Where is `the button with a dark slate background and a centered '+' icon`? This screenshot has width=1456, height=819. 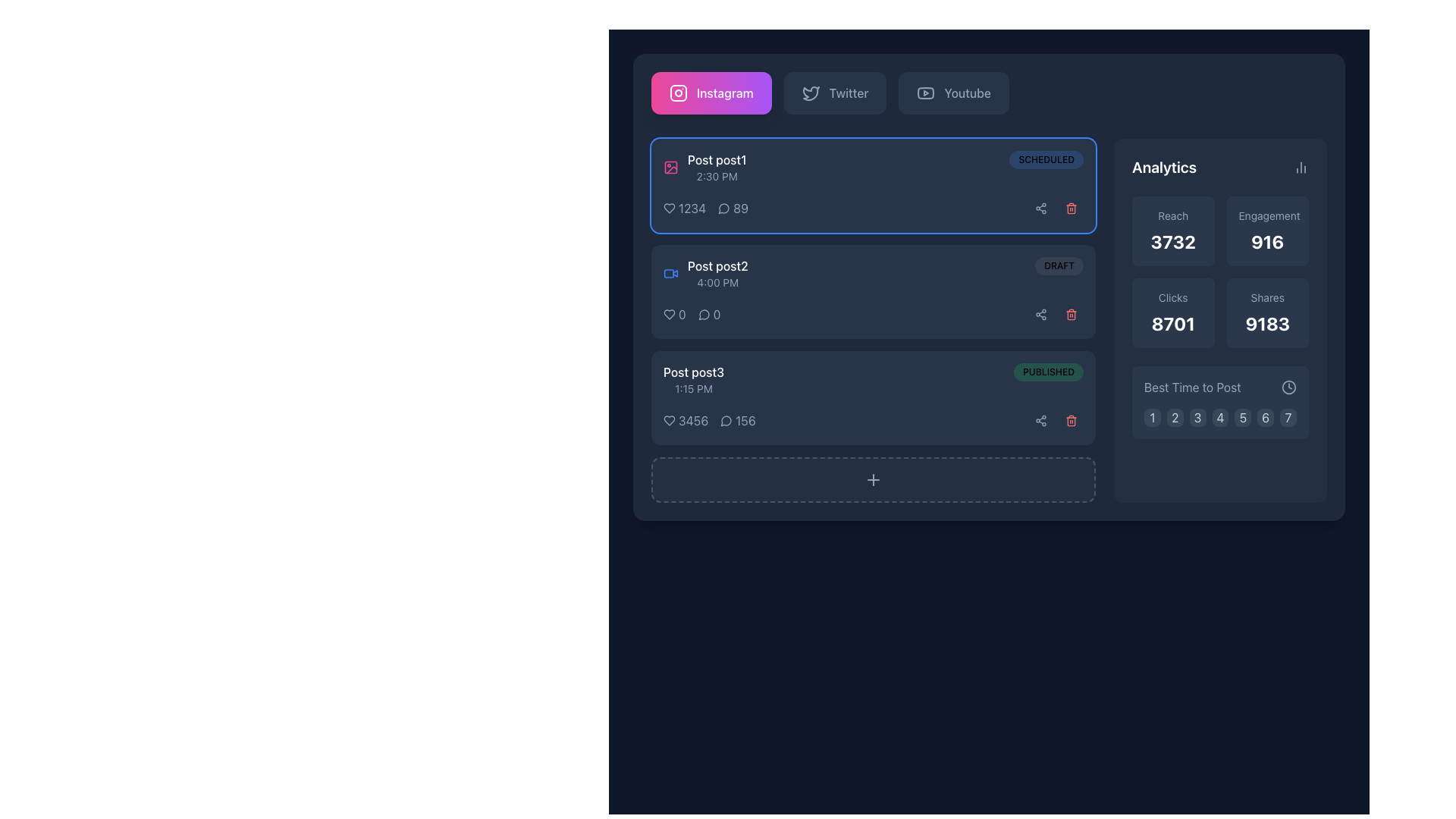 the button with a dark slate background and a centered '+' icon is located at coordinates (874, 479).